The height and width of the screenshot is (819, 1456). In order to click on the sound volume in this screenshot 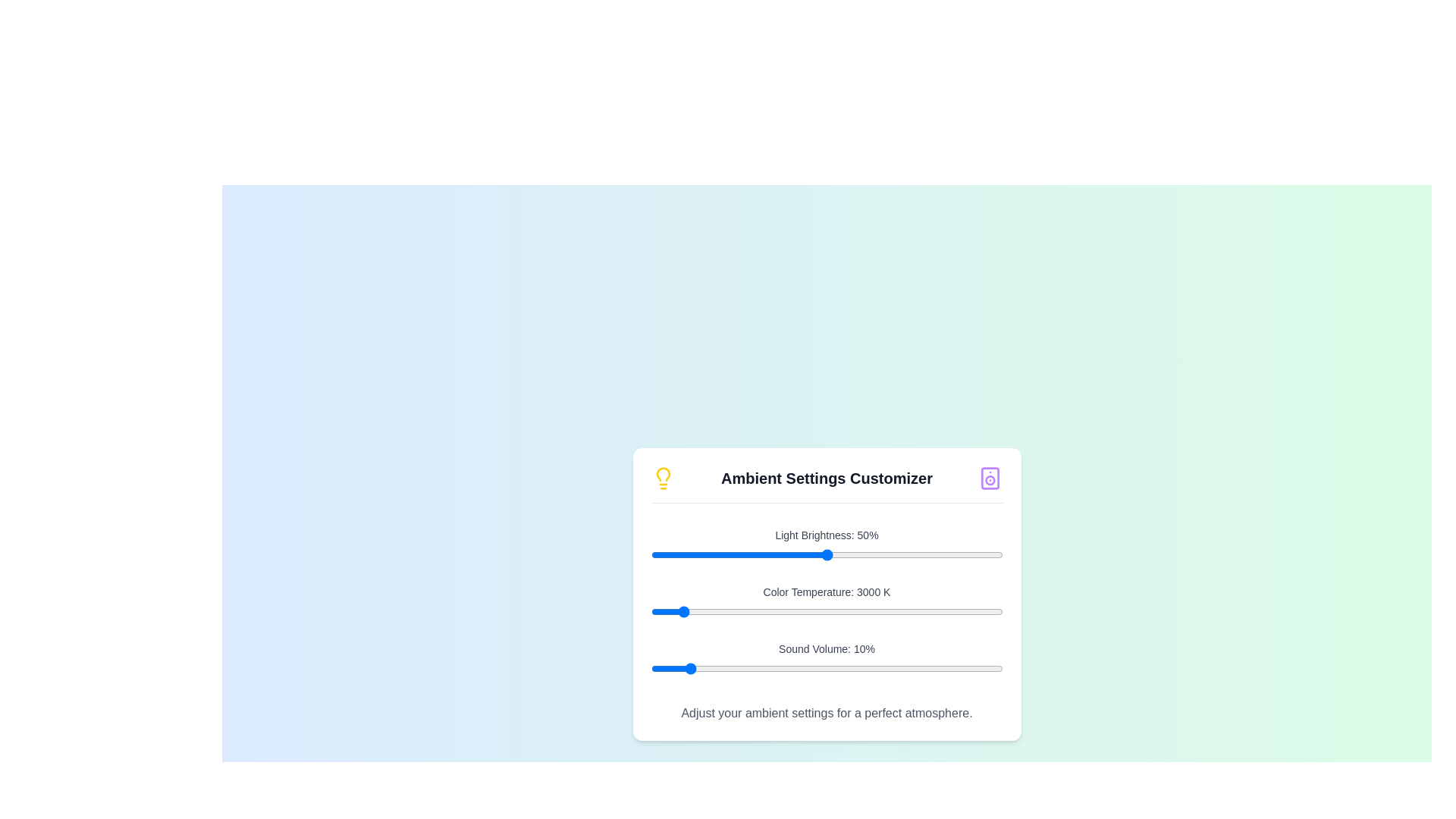, I will do `click(667, 668)`.